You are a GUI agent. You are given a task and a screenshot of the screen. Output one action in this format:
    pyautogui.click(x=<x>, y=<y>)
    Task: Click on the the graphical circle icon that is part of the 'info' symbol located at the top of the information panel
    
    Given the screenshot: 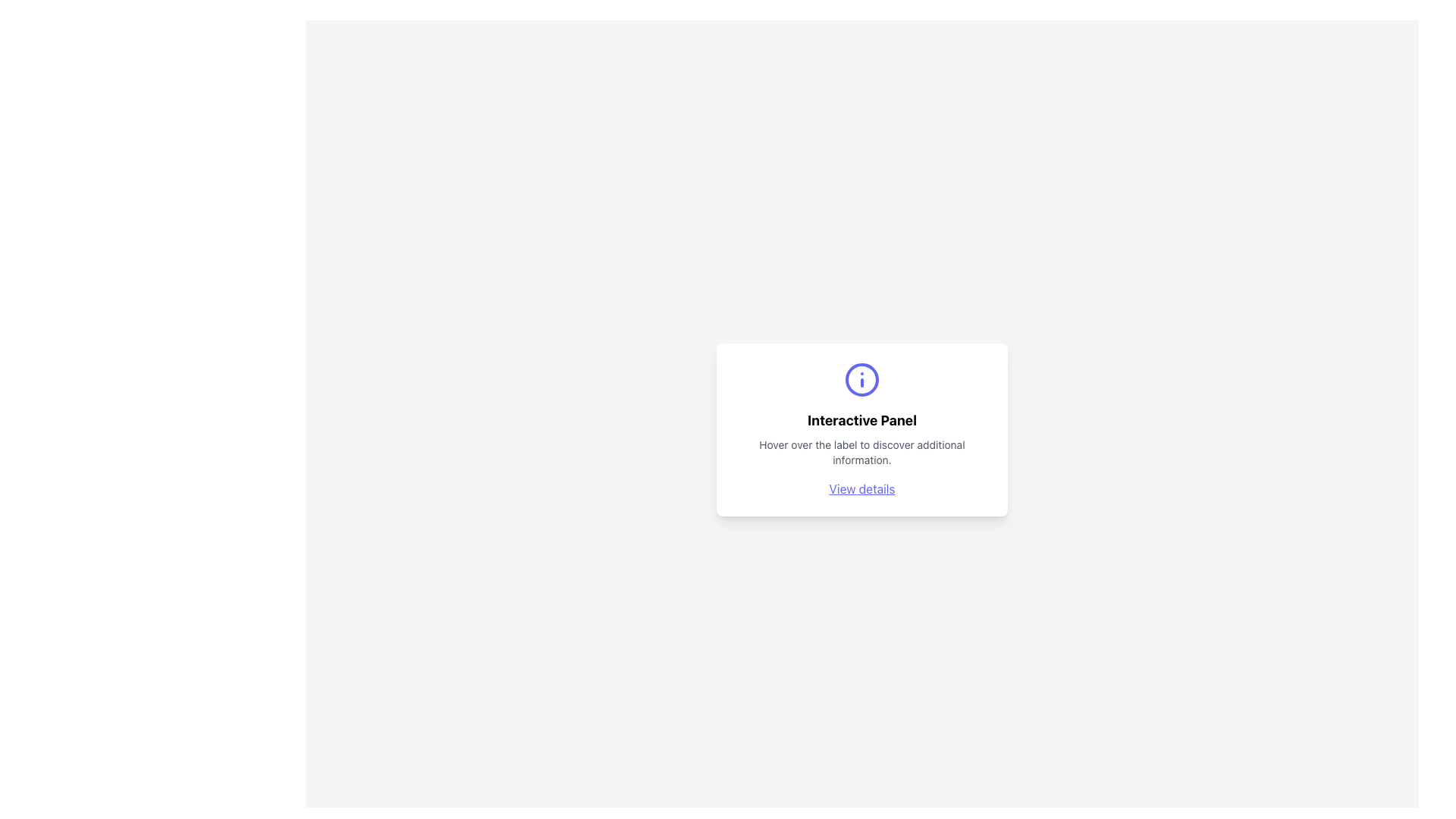 What is the action you would take?
    pyautogui.click(x=862, y=379)
    